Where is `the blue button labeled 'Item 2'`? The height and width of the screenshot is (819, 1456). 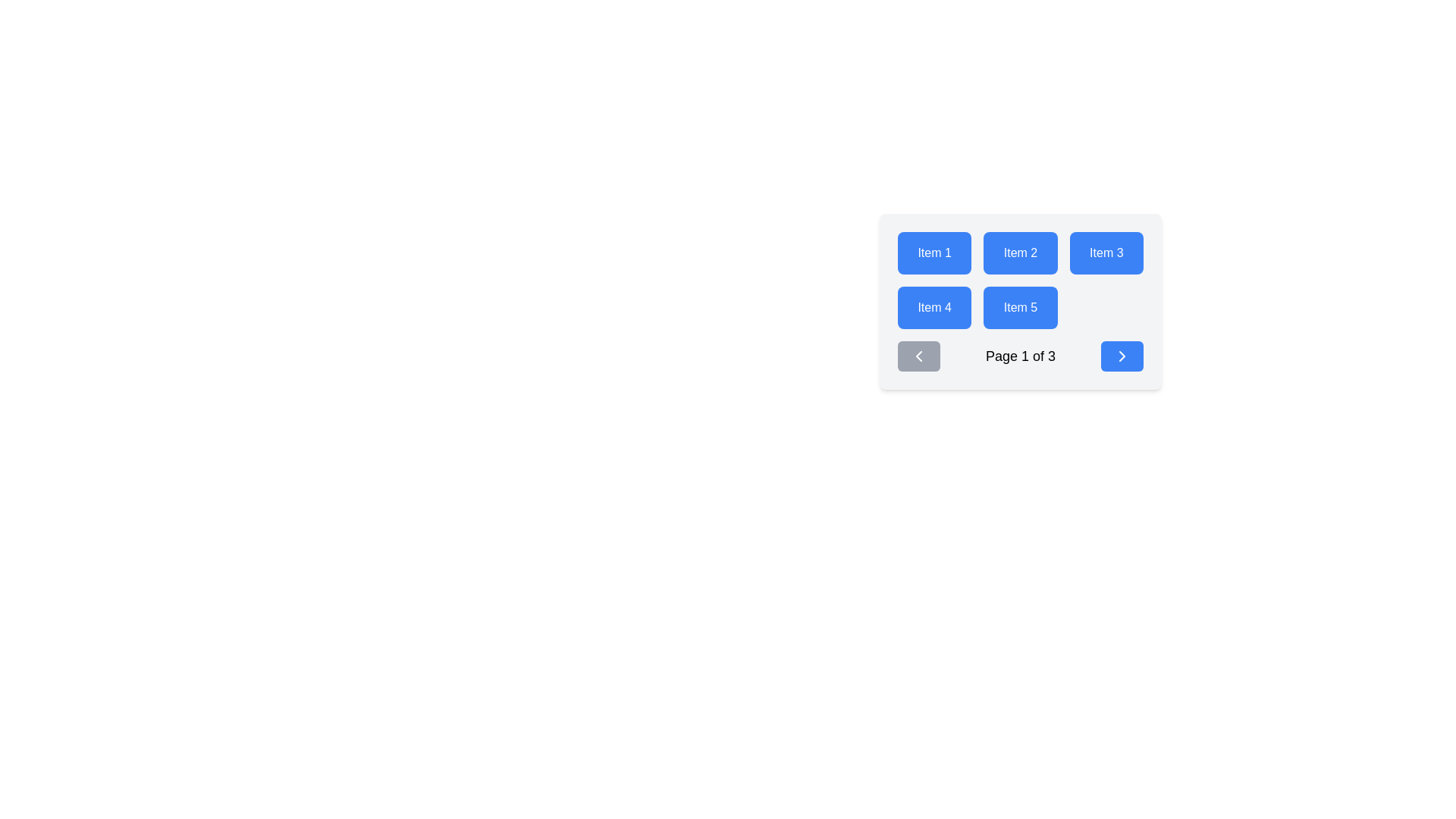
the blue button labeled 'Item 2' is located at coordinates (1020, 253).